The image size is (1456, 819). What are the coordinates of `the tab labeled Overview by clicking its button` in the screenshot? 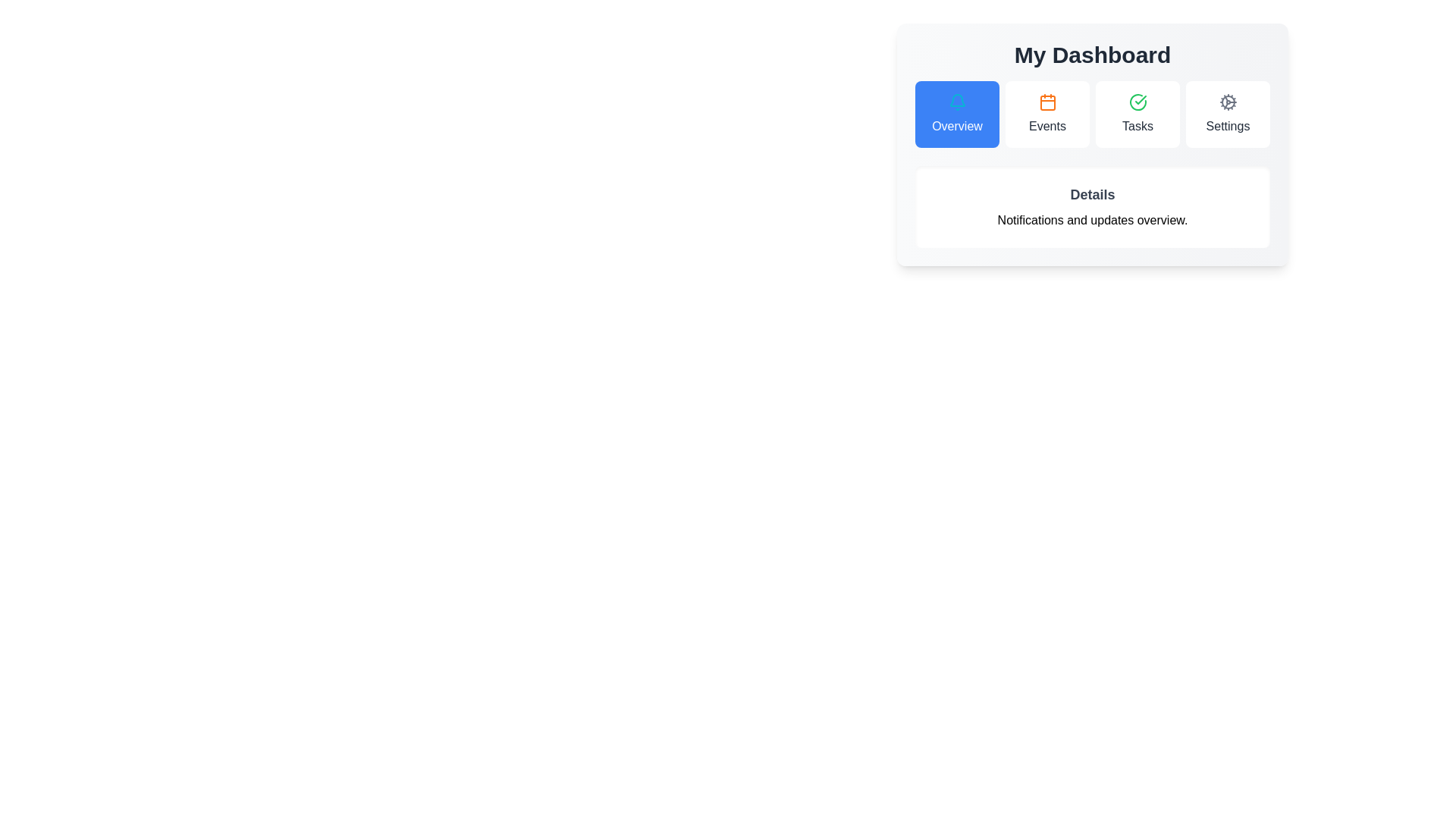 It's located at (956, 113).